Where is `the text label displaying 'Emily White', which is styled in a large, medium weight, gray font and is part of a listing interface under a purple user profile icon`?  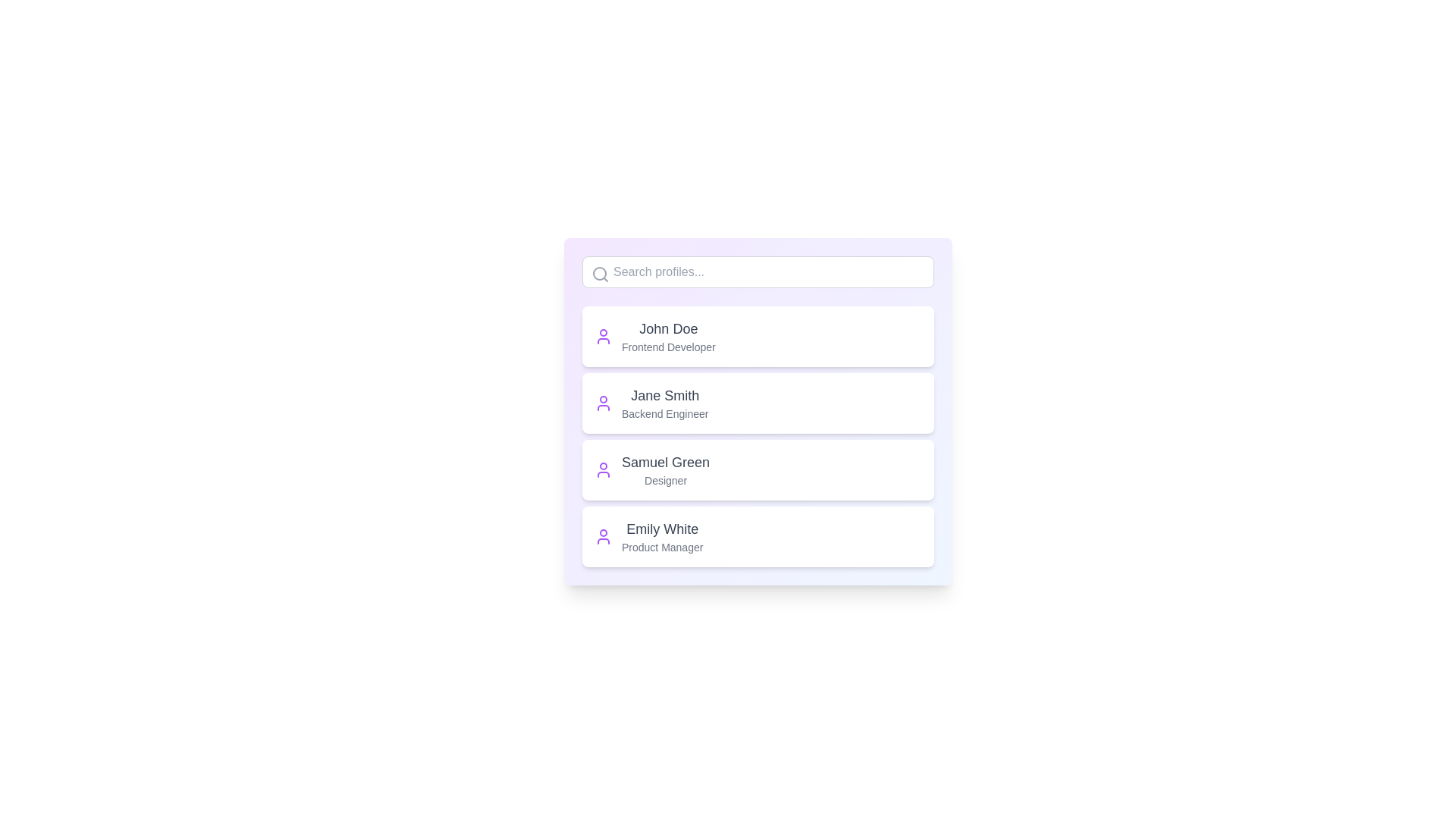
the text label displaying 'Emily White', which is styled in a large, medium weight, gray font and is part of a listing interface under a purple user profile icon is located at coordinates (662, 529).